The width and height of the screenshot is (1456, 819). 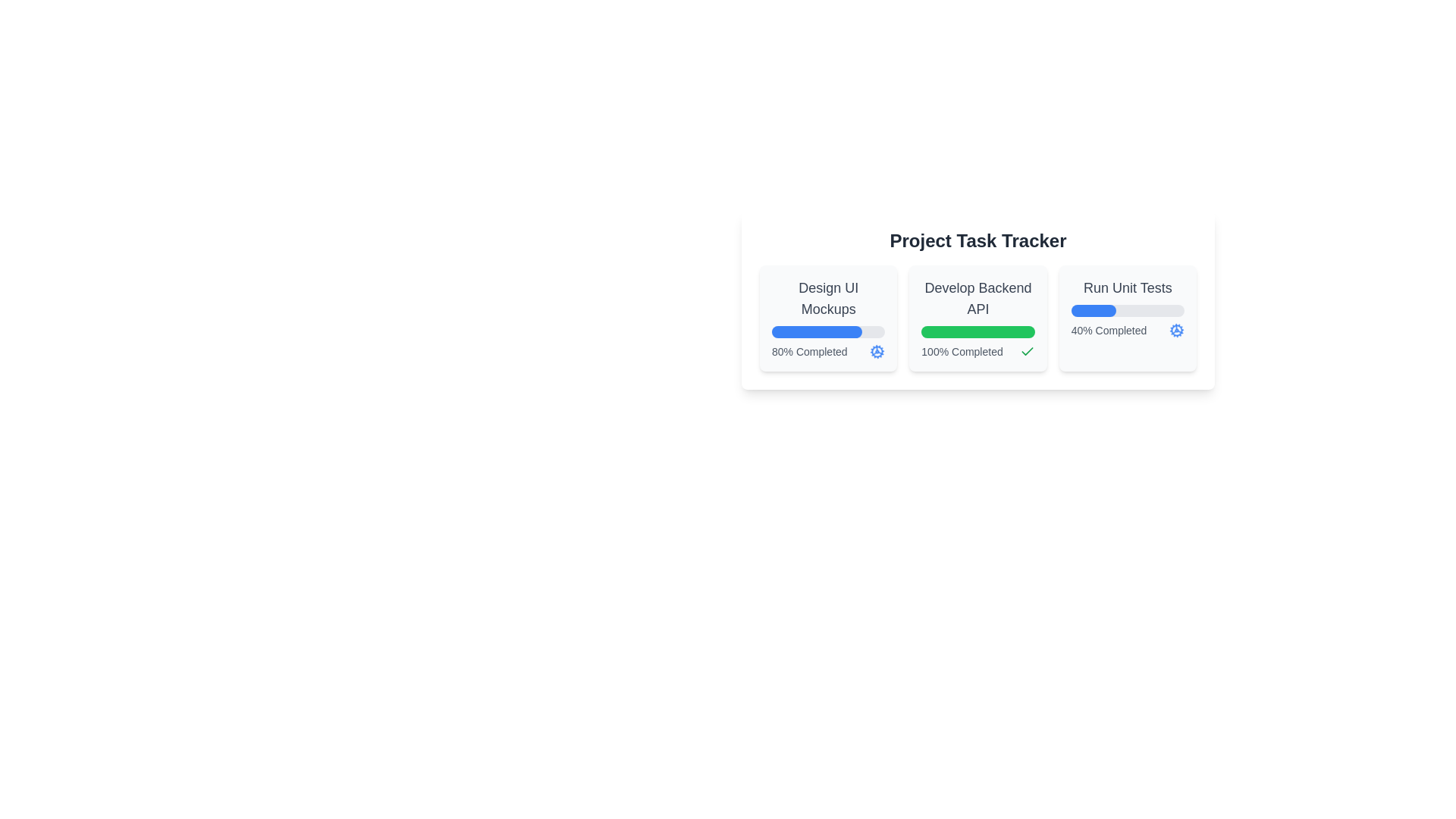 What do you see at coordinates (827, 331) in the screenshot?
I see `the progress bar that visually represents the completion status of a task, shown as 80%, located inside the 'Design UI Mockups' card on the left of a group of three cards in the main interface` at bounding box center [827, 331].